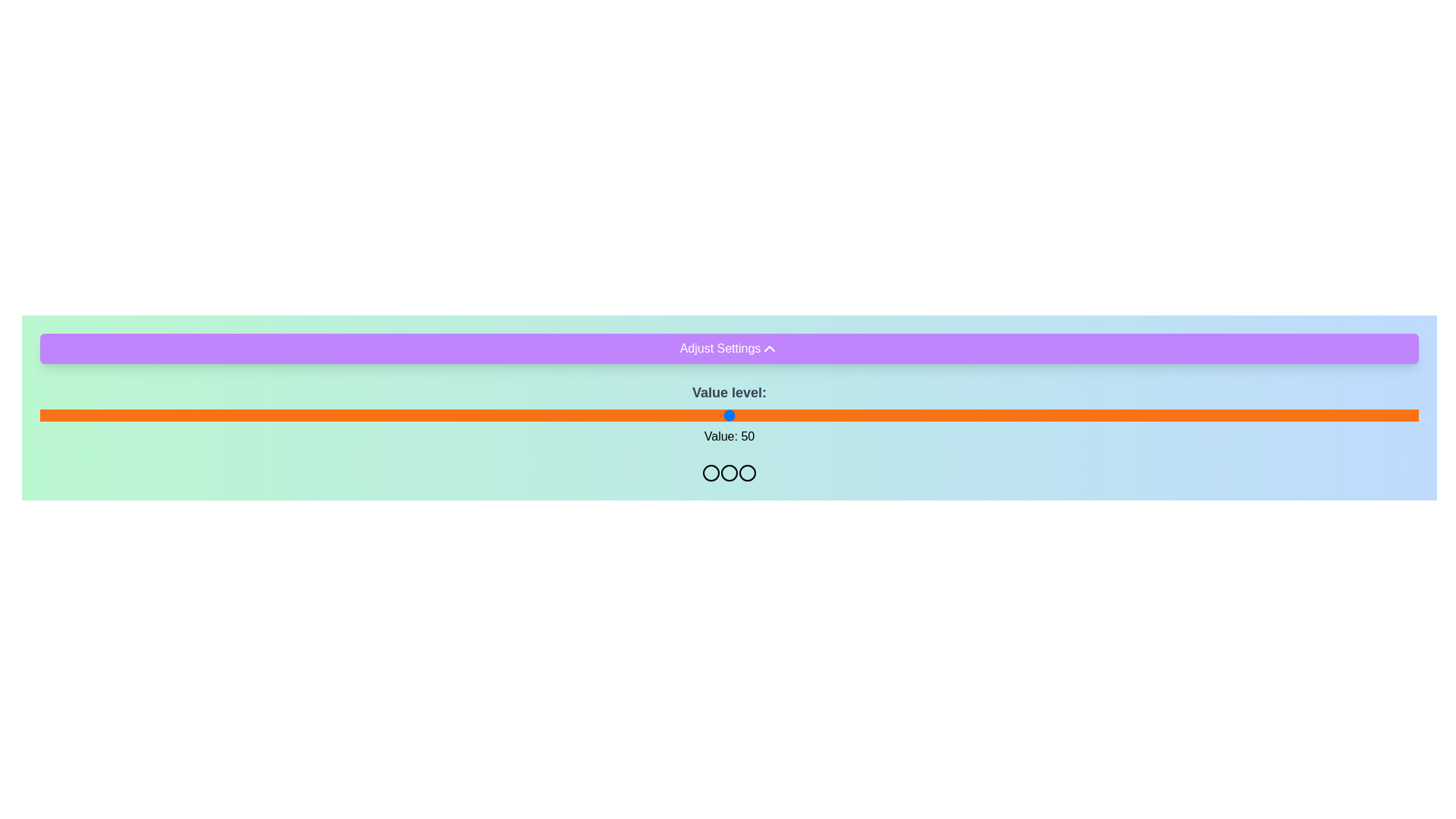 The image size is (1456, 819). Describe the element at coordinates (619, 415) in the screenshot. I see `the slider to set the value to 42` at that location.